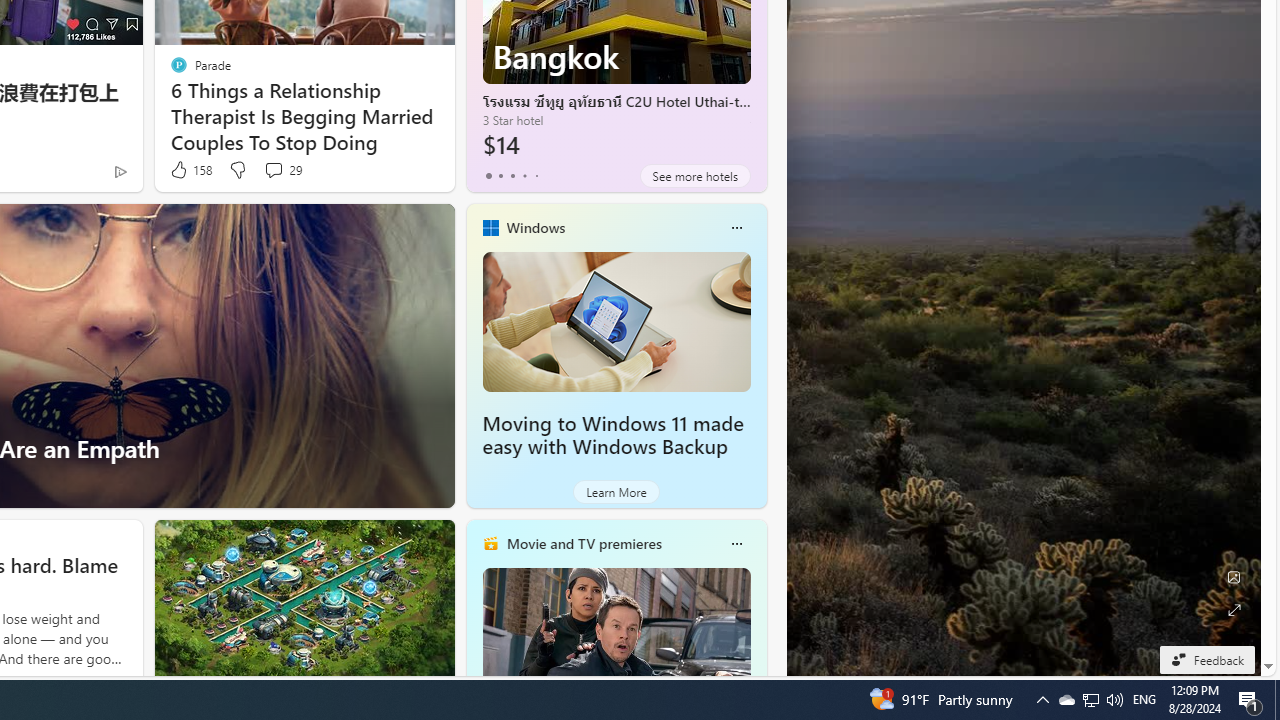 The width and height of the screenshot is (1280, 720). I want to click on 'tab-4', so click(536, 175).